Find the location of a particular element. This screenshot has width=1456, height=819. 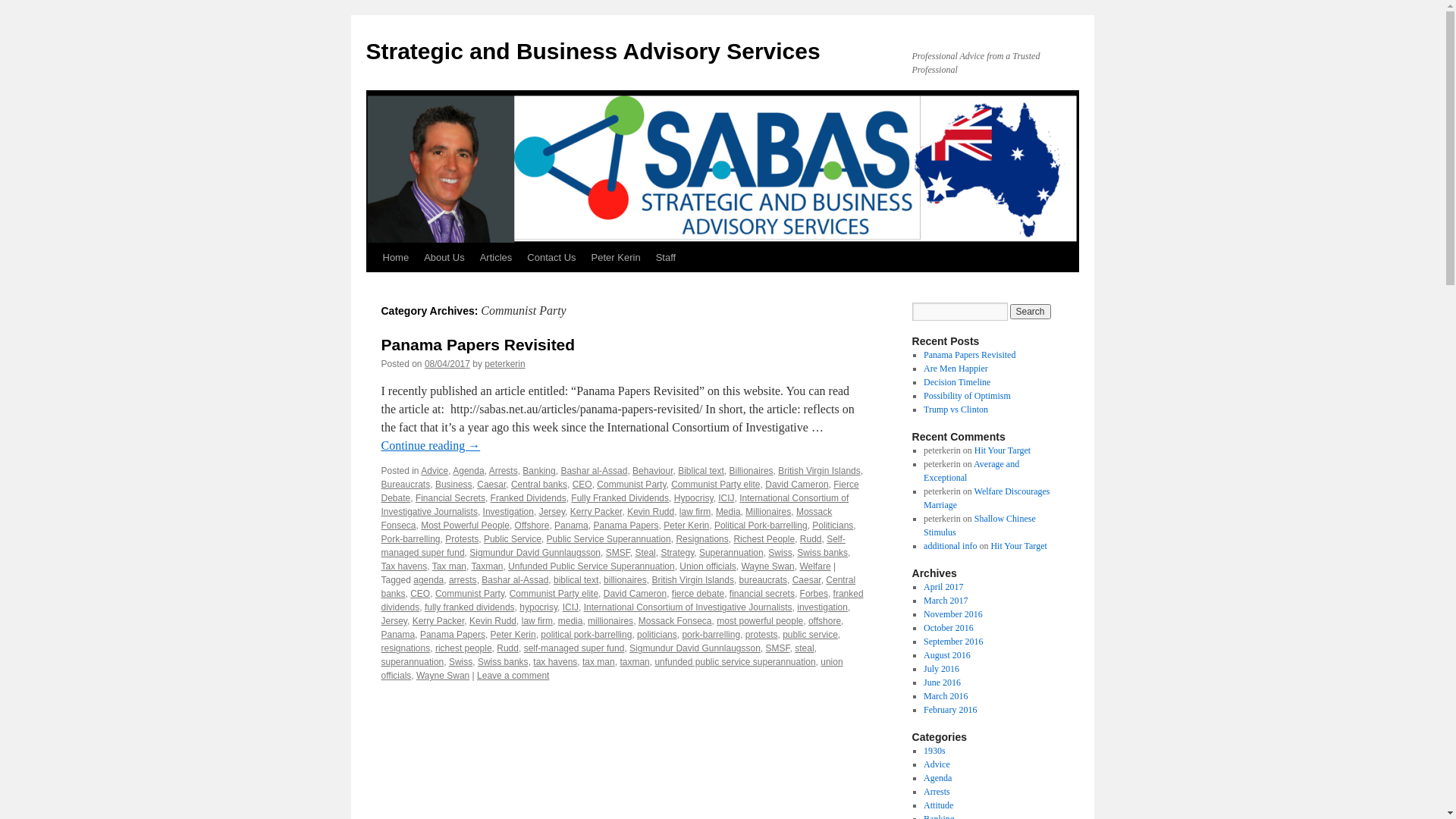

'November 2016' is located at coordinates (952, 614).